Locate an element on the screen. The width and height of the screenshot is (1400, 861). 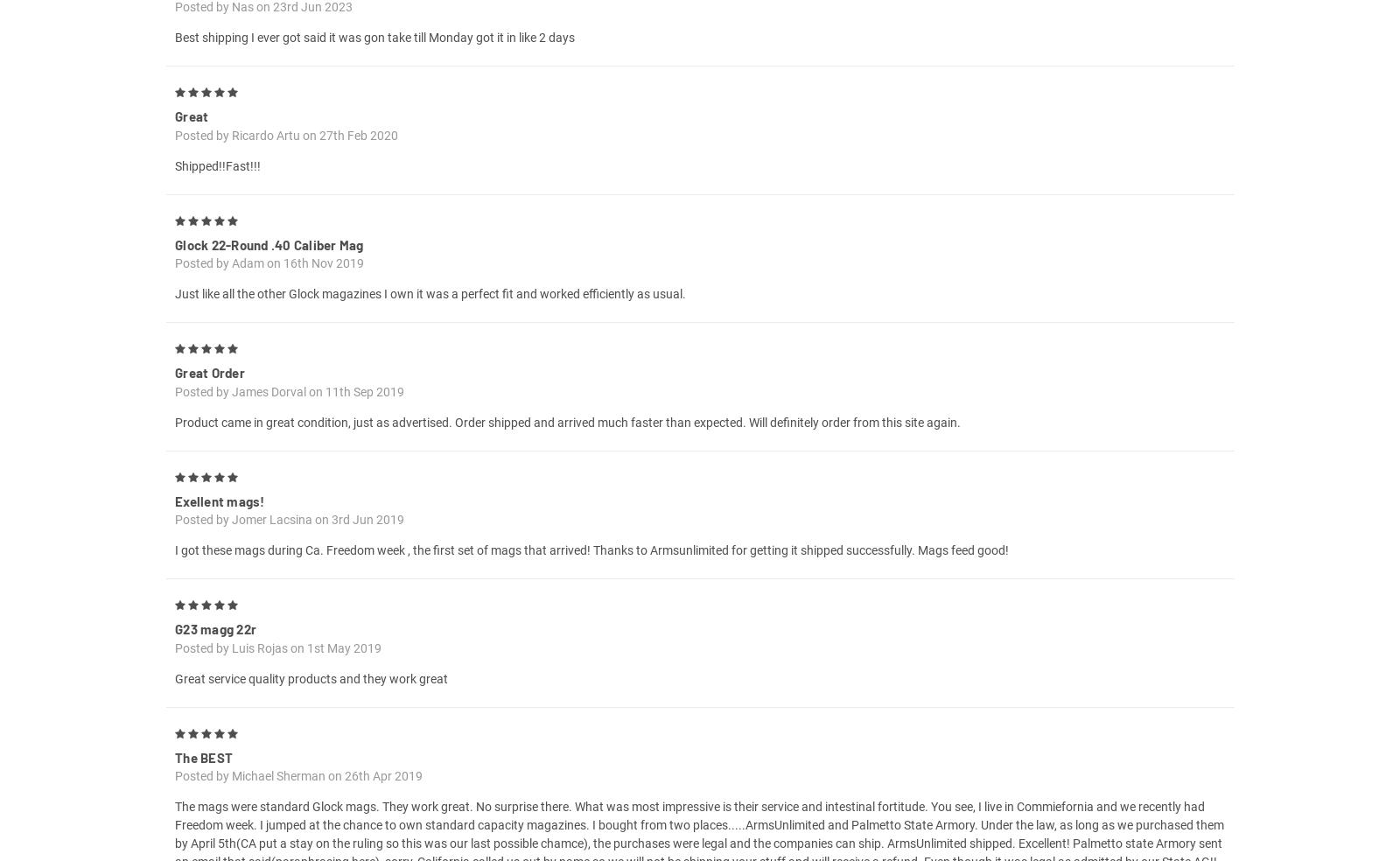
'Posted by Nas on 23rd Jun 2023' is located at coordinates (263, 25).